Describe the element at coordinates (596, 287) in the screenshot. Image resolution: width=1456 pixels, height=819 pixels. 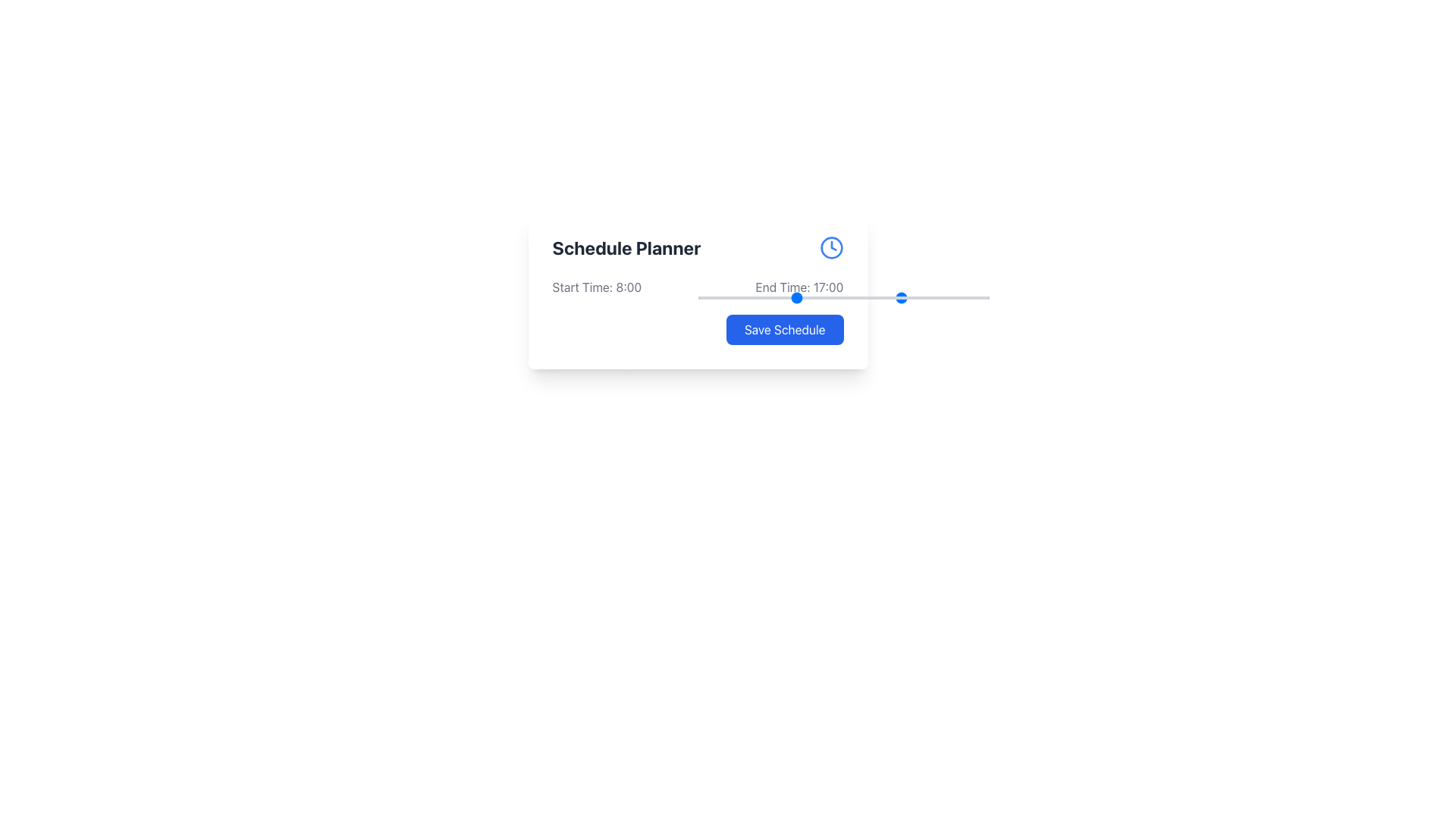
I see `'Start Time: 8:00' text label to gather information about the start time` at that location.